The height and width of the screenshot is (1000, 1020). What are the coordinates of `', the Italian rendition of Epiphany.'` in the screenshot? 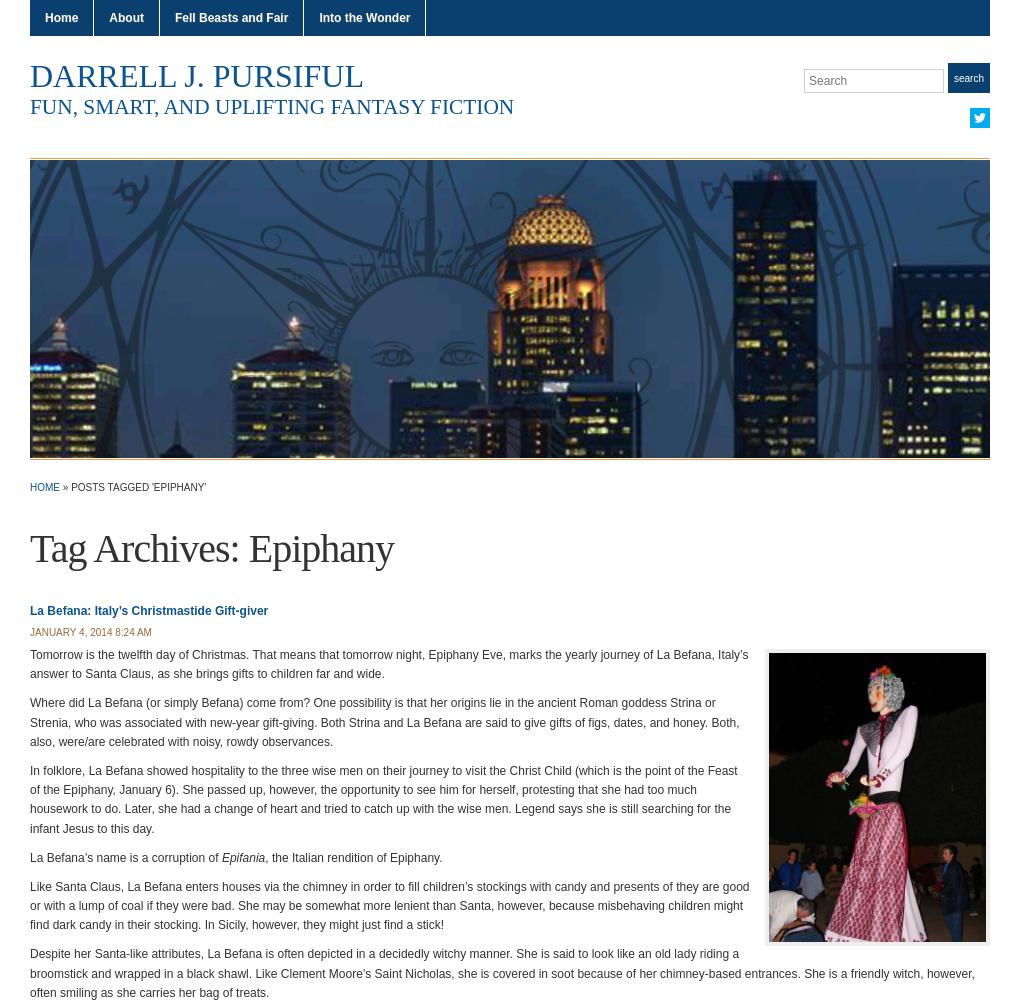 It's located at (263, 856).